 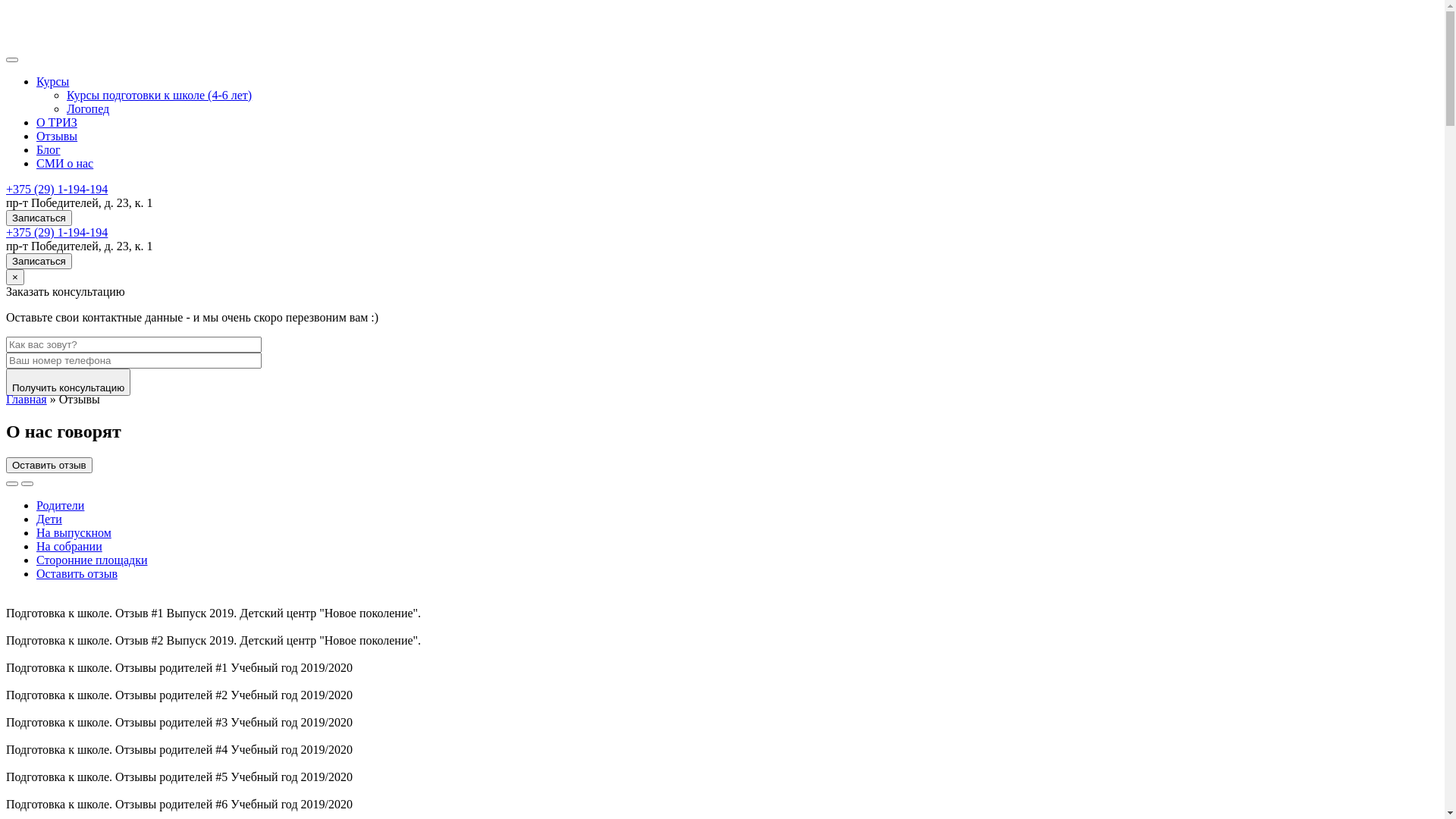 I want to click on '+375 (29) 1-194-194', so click(x=57, y=232).